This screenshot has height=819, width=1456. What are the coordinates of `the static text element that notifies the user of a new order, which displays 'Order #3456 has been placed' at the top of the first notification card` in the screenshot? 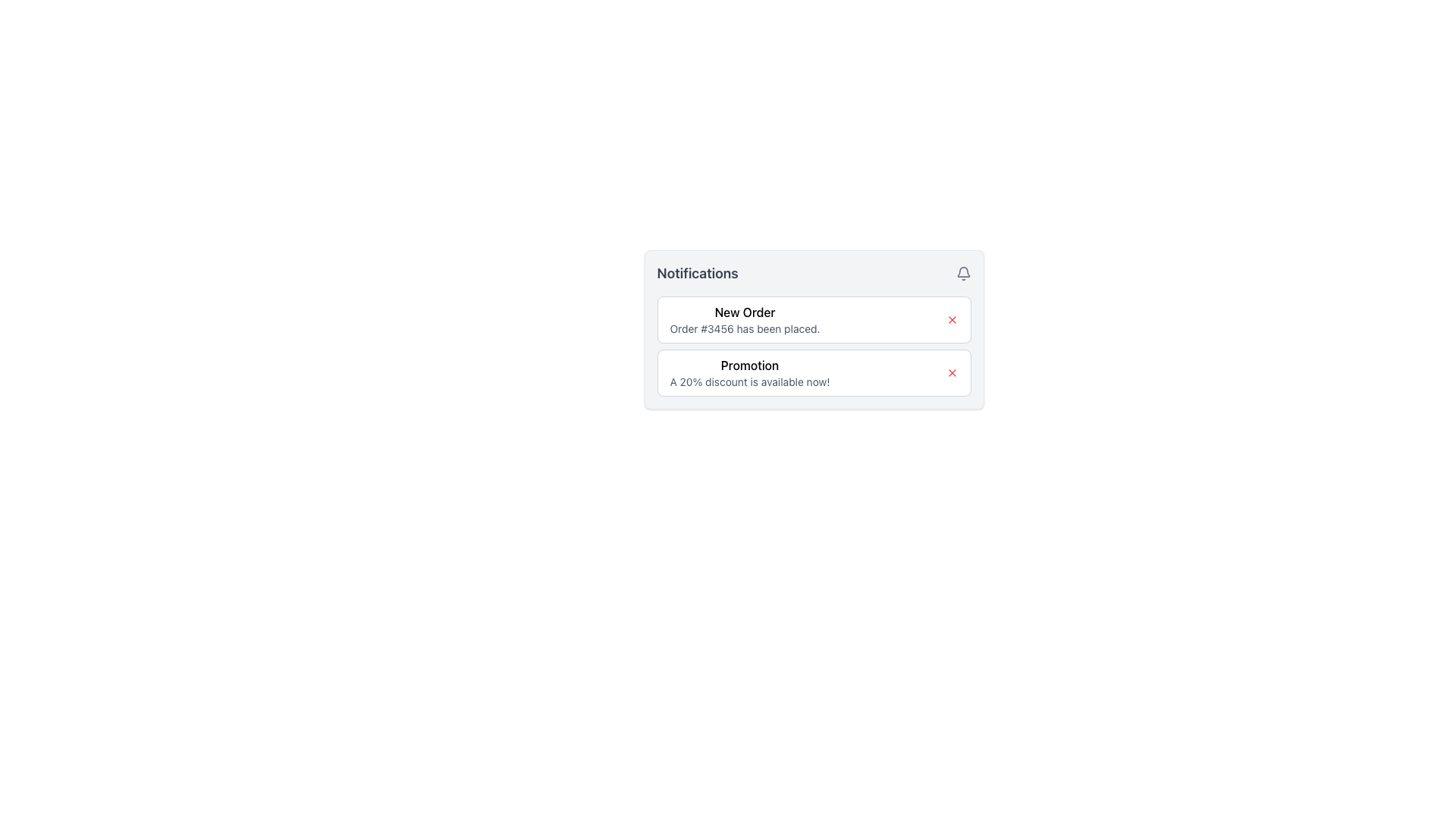 It's located at (745, 318).